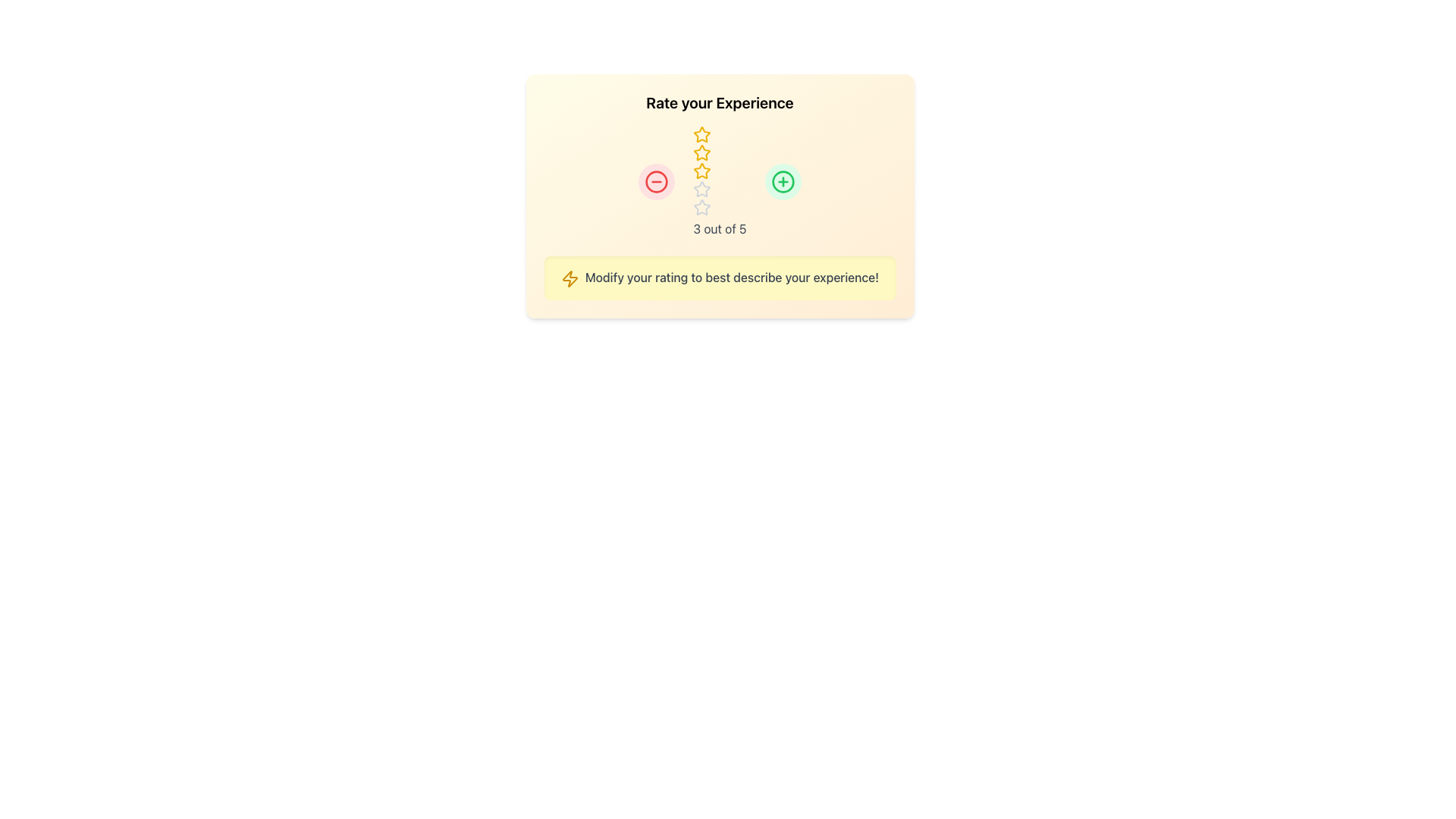 The height and width of the screenshot is (819, 1456). What do you see at coordinates (719, 278) in the screenshot?
I see `the informational label or reminder with icon located at the bottom section of the card containing the rating system` at bounding box center [719, 278].